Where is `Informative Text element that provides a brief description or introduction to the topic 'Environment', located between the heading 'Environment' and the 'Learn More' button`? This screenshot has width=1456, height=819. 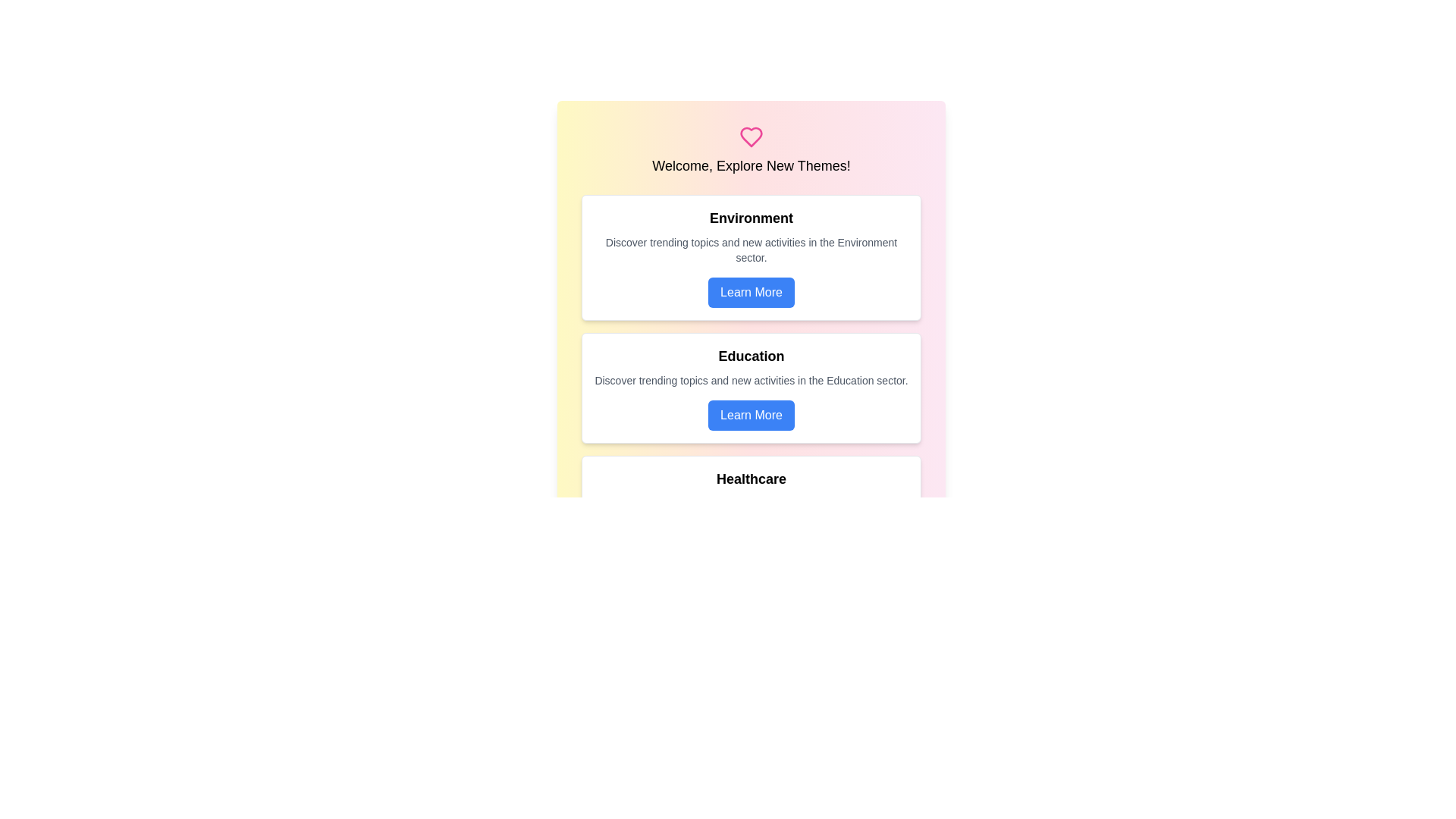
Informative Text element that provides a brief description or introduction to the topic 'Environment', located between the heading 'Environment' and the 'Learn More' button is located at coordinates (751, 249).